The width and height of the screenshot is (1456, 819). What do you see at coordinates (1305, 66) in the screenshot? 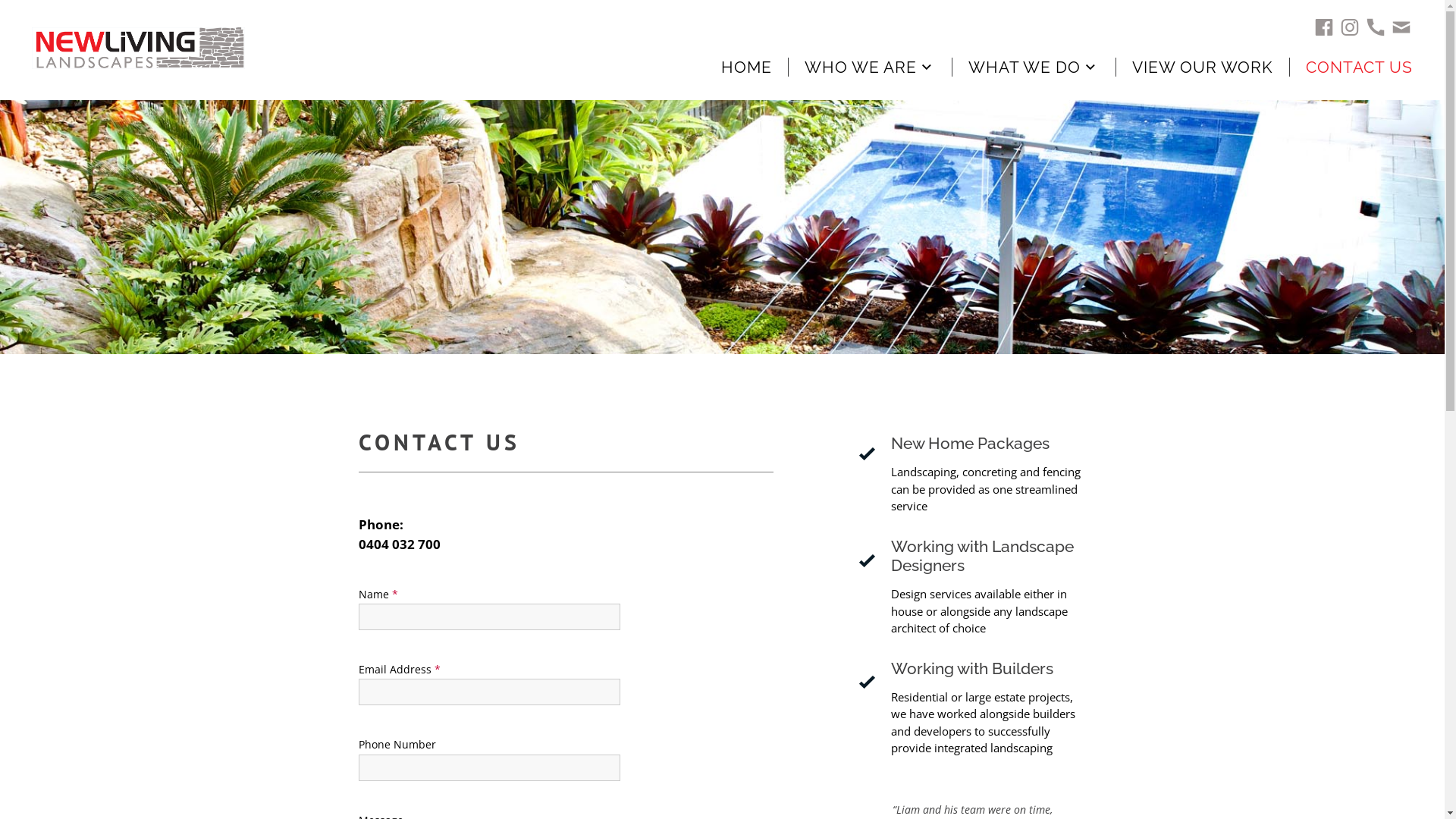
I see `'CONTACT US'` at bounding box center [1305, 66].